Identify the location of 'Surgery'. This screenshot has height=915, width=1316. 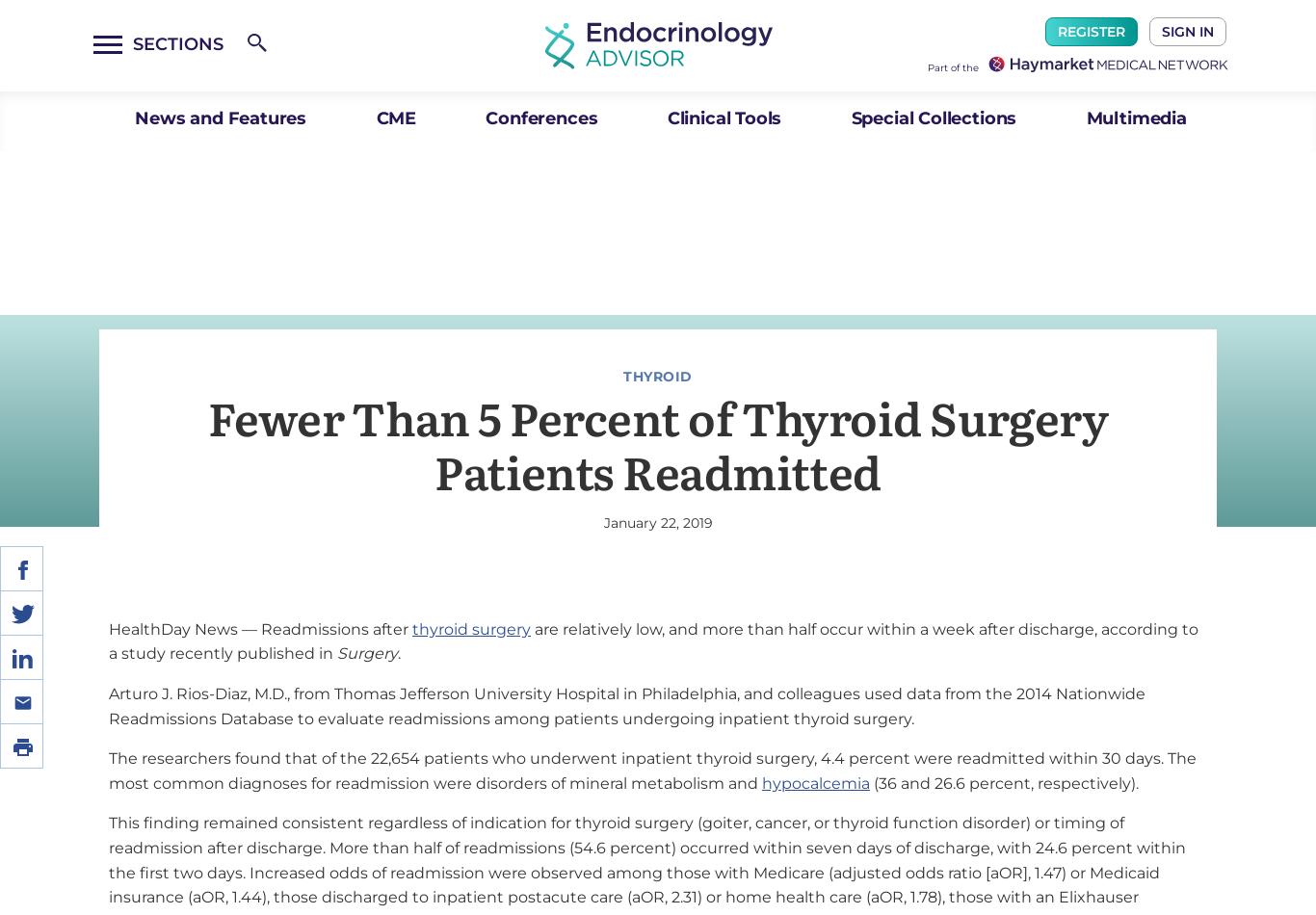
(366, 653).